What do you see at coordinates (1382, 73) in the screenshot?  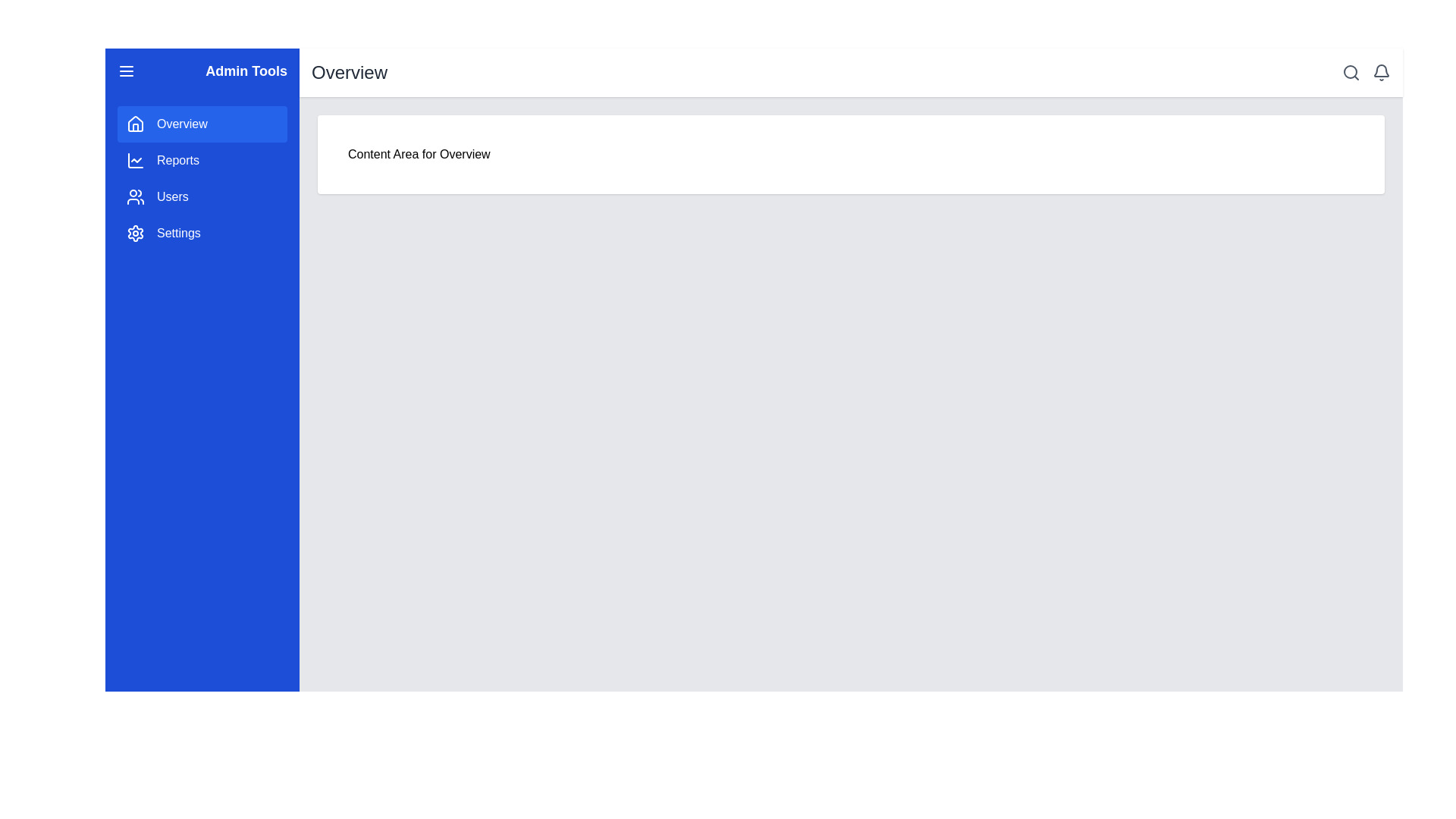 I see `the notification icon located in the top-right corner of the interface, next to the magnifying glass search icon` at bounding box center [1382, 73].